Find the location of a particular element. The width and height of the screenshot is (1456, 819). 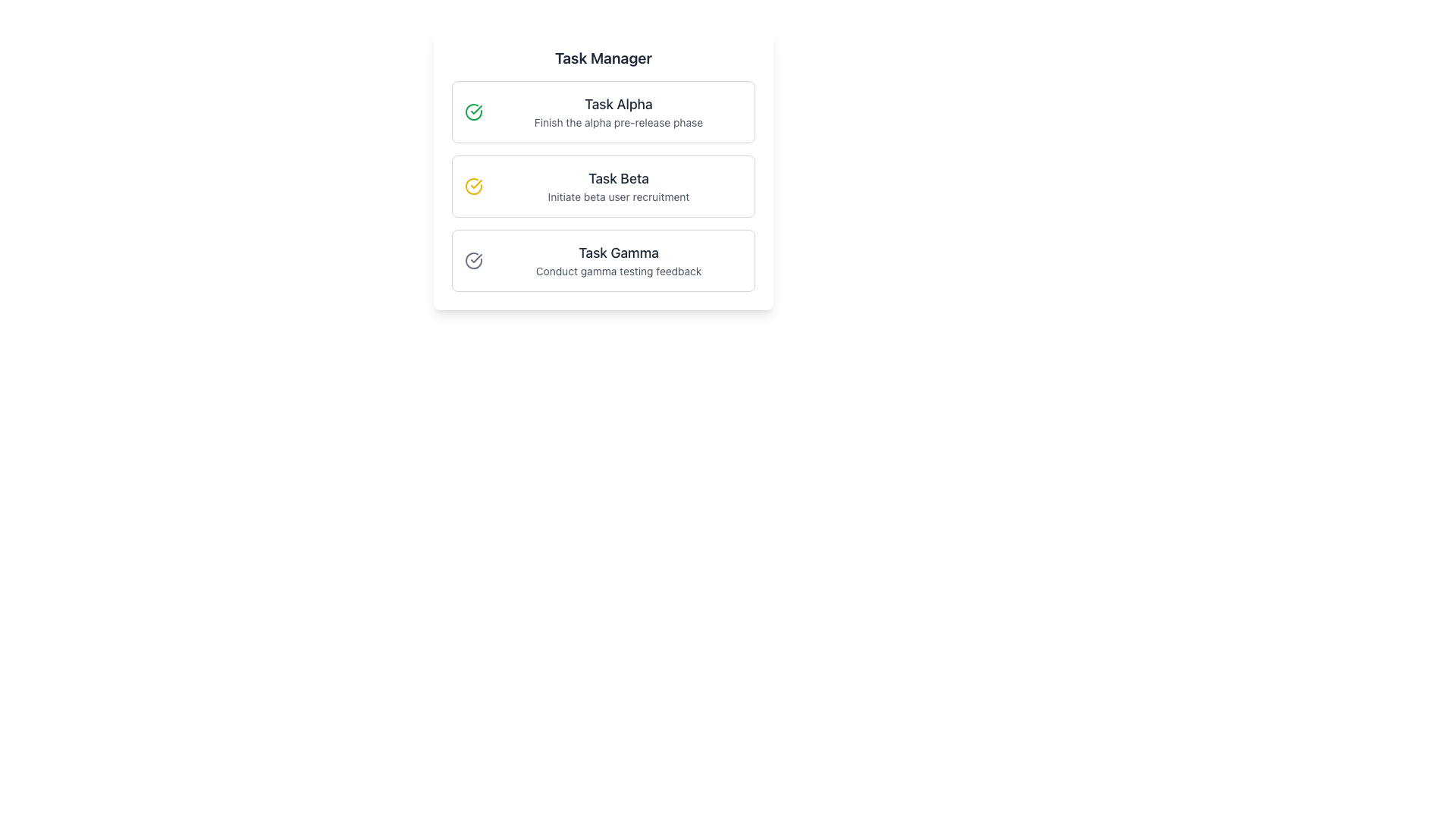

static text label displaying 'Conduct gamma testing feedback', which is located below the 'Task Gamma' title in the last card of a vertically stacked list of tasks is located at coordinates (619, 271).